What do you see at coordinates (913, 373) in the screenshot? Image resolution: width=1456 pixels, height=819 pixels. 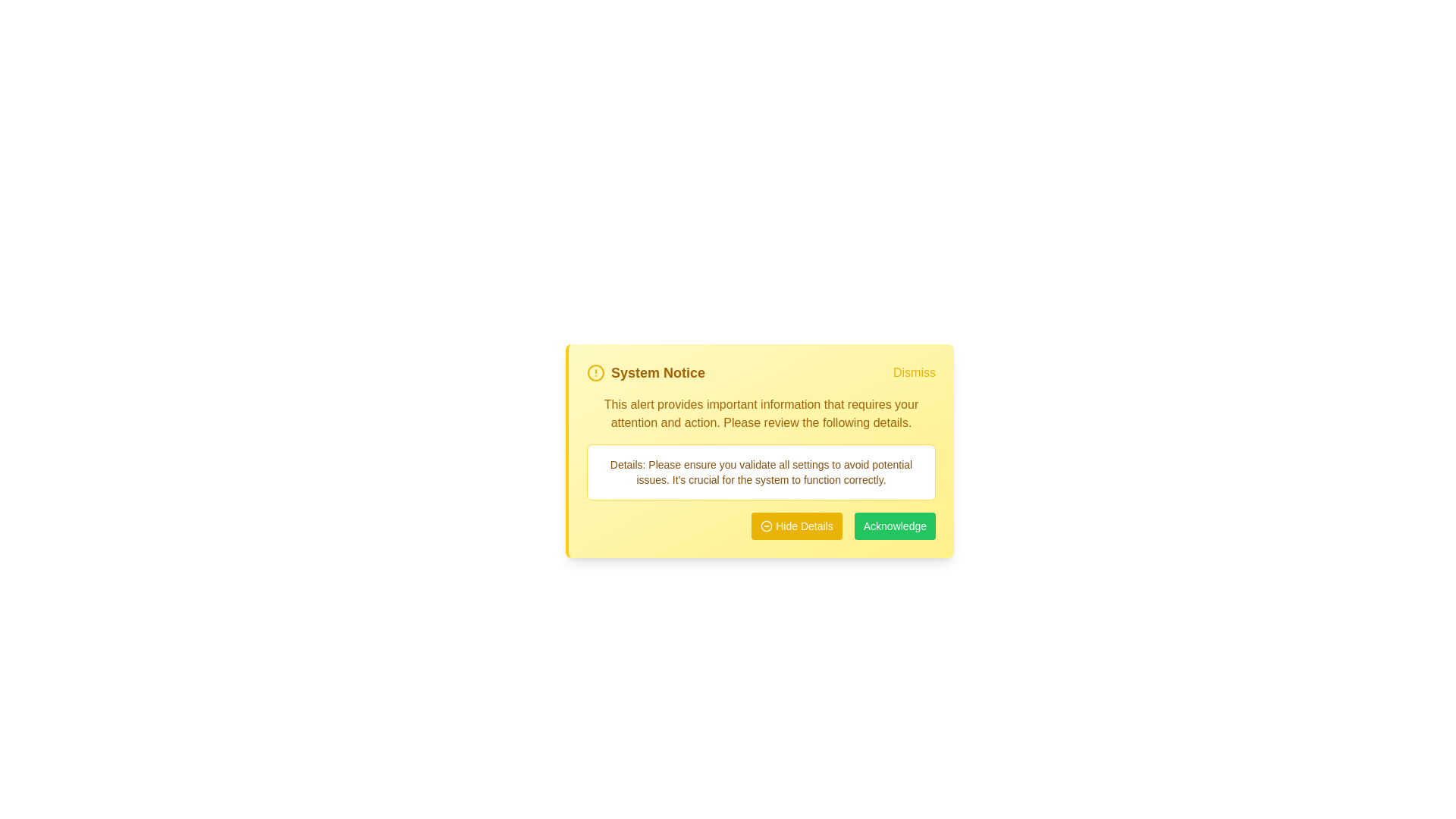 I see `the 'Dismiss' button to close the alert` at bounding box center [913, 373].